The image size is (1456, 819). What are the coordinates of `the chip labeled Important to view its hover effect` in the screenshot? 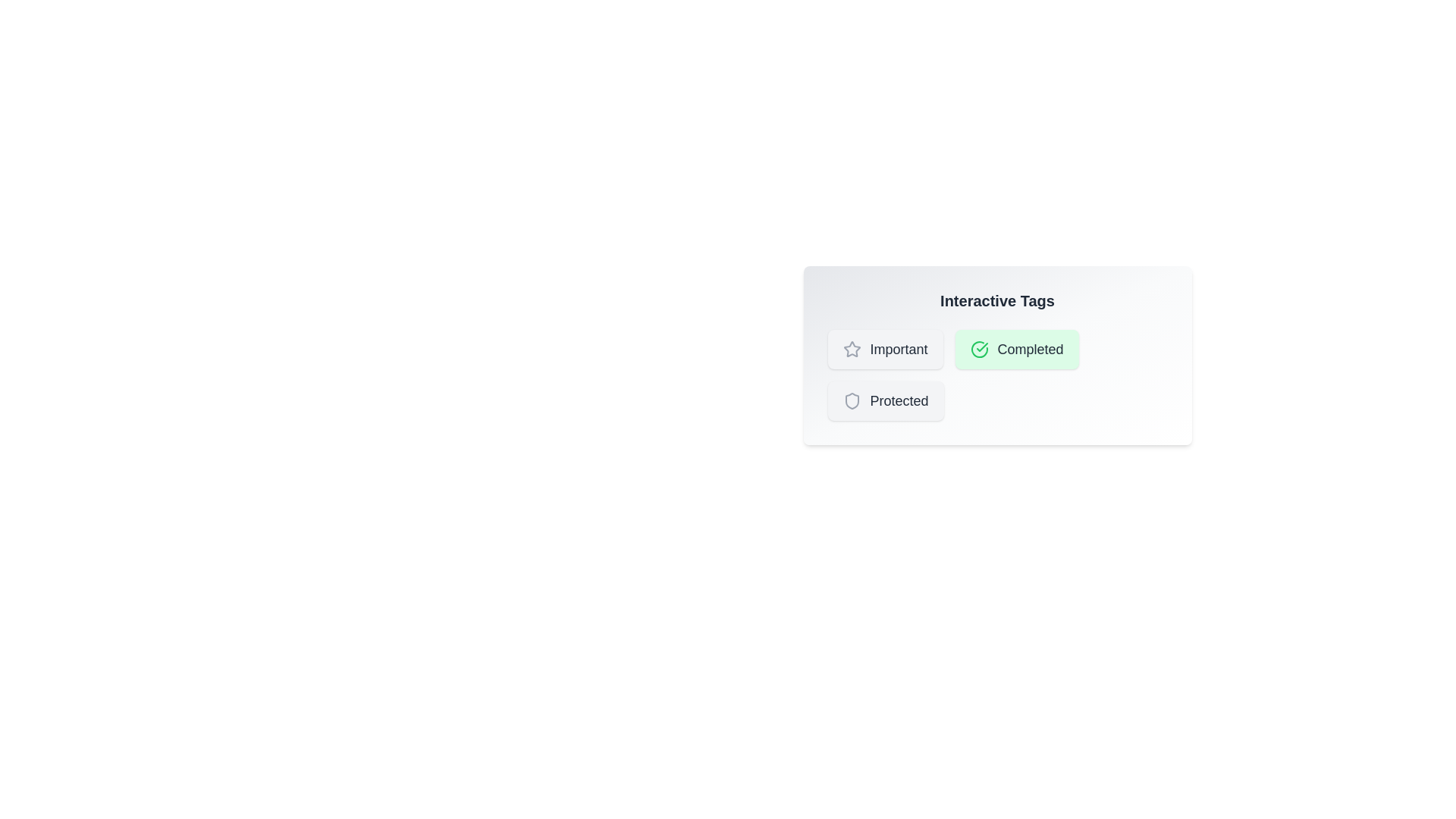 It's located at (885, 350).